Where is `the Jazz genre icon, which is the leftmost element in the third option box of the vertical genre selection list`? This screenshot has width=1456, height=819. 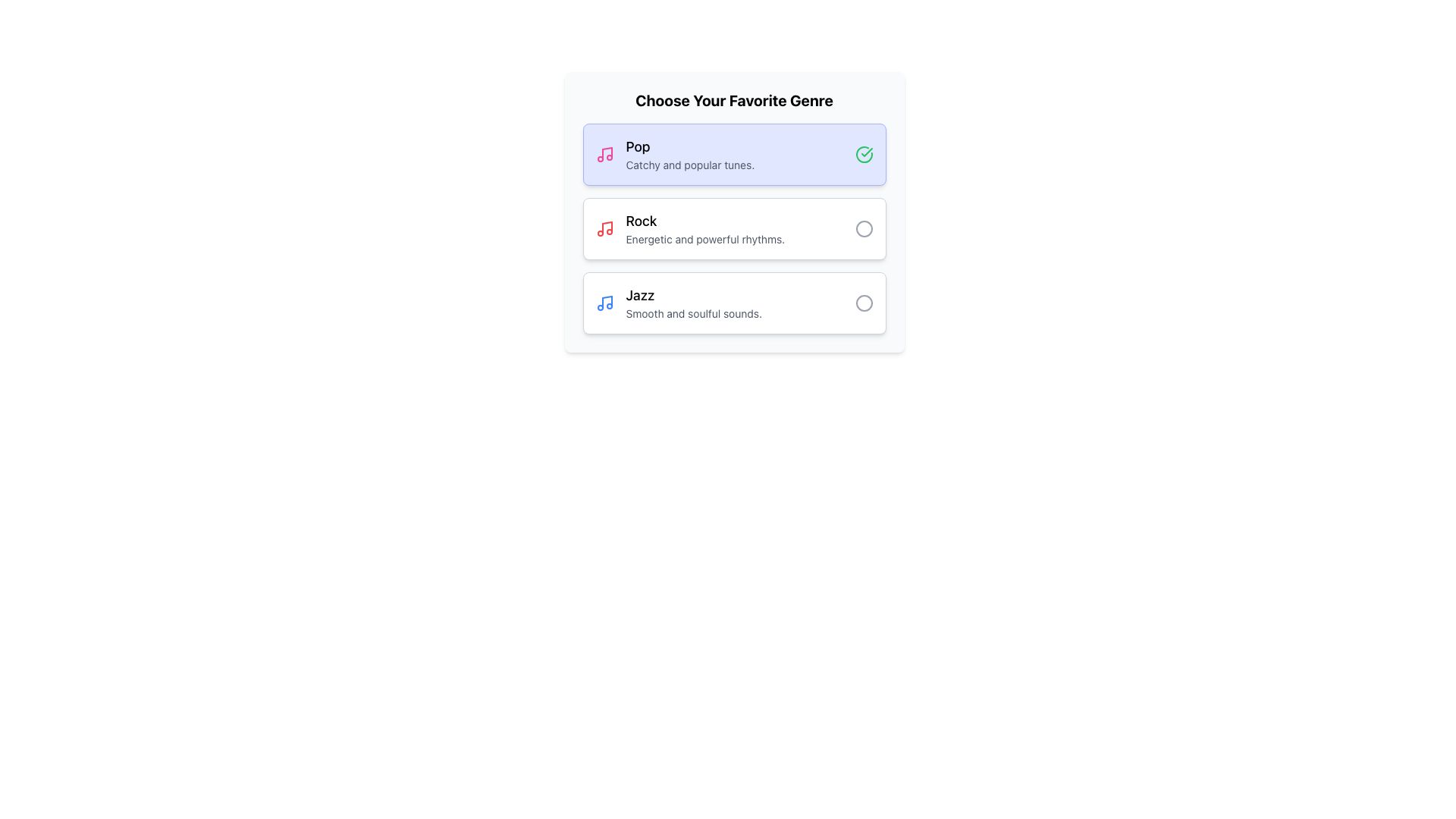
the Jazz genre icon, which is the leftmost element in the third option box of the vertical genre selection list is located at coordinates (604, 303).